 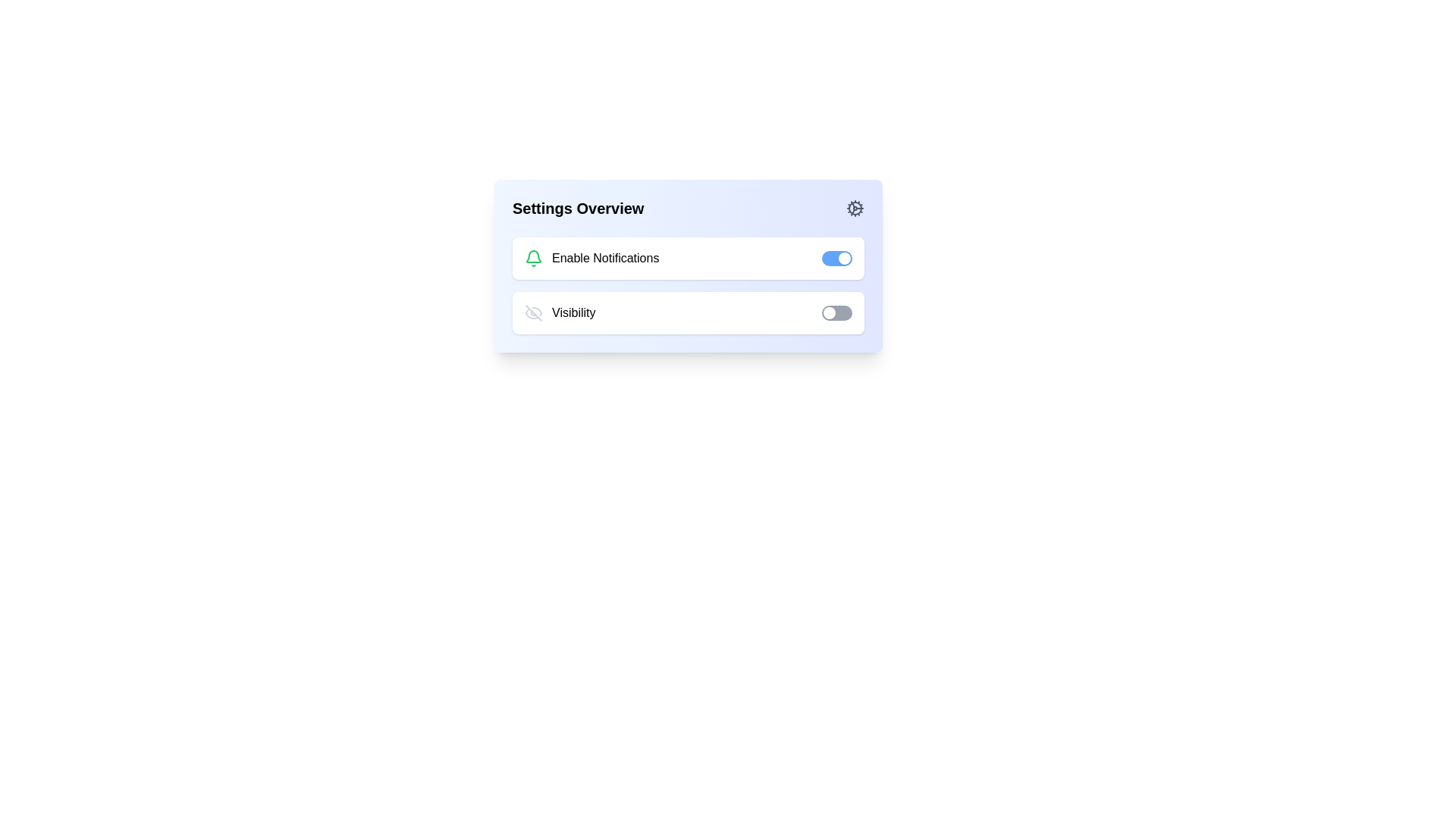 I want to click on the 'Visibility' text label, which is positioned in the settings section, aligned with an eye icon on the left and a toggle switch on the right, so click(x=573, y=312).